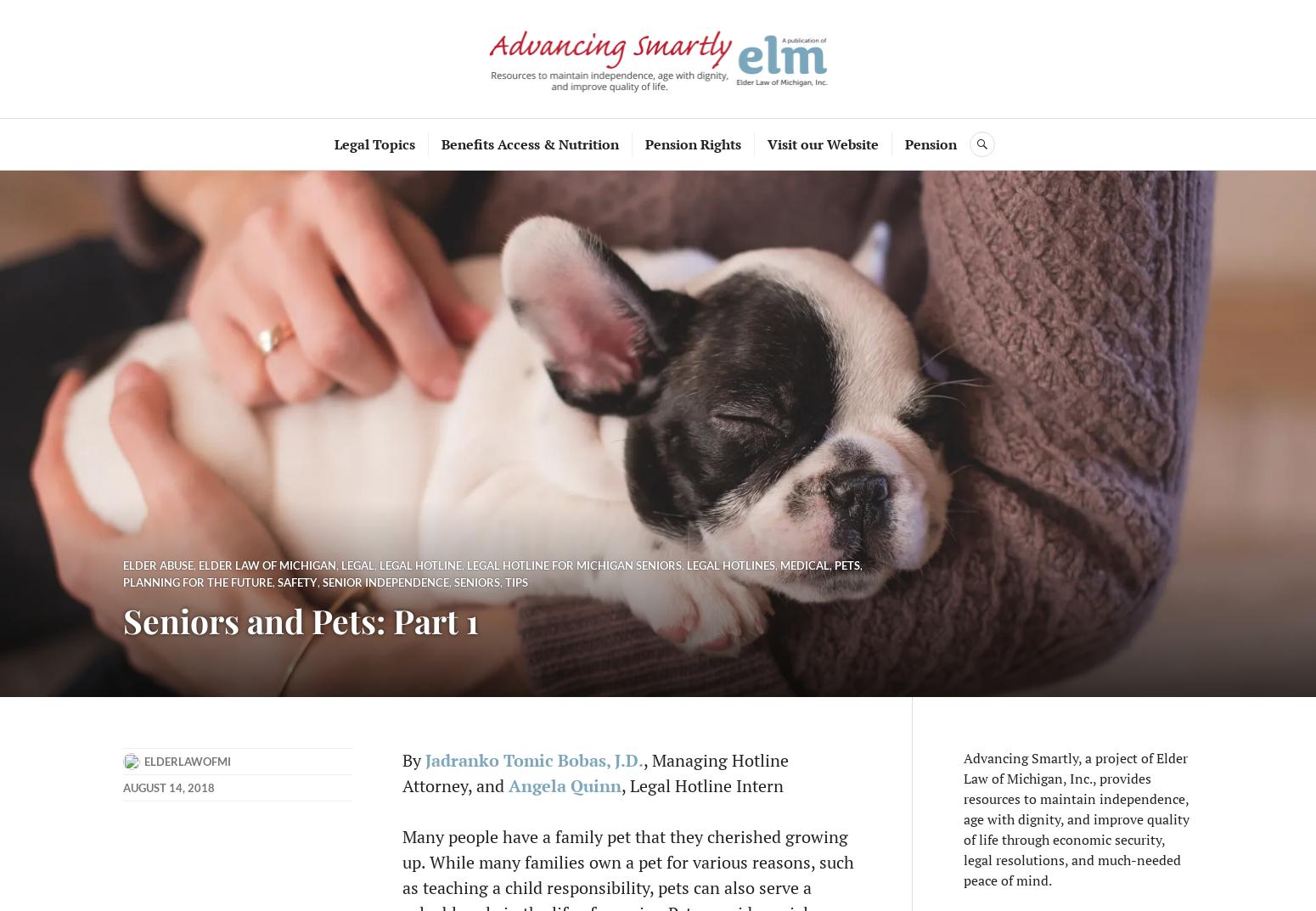 The image size is (1316, 911). Describe the element at coordinates (767, 143) in the screenshot. I see `'Visit our Website'` at that location.